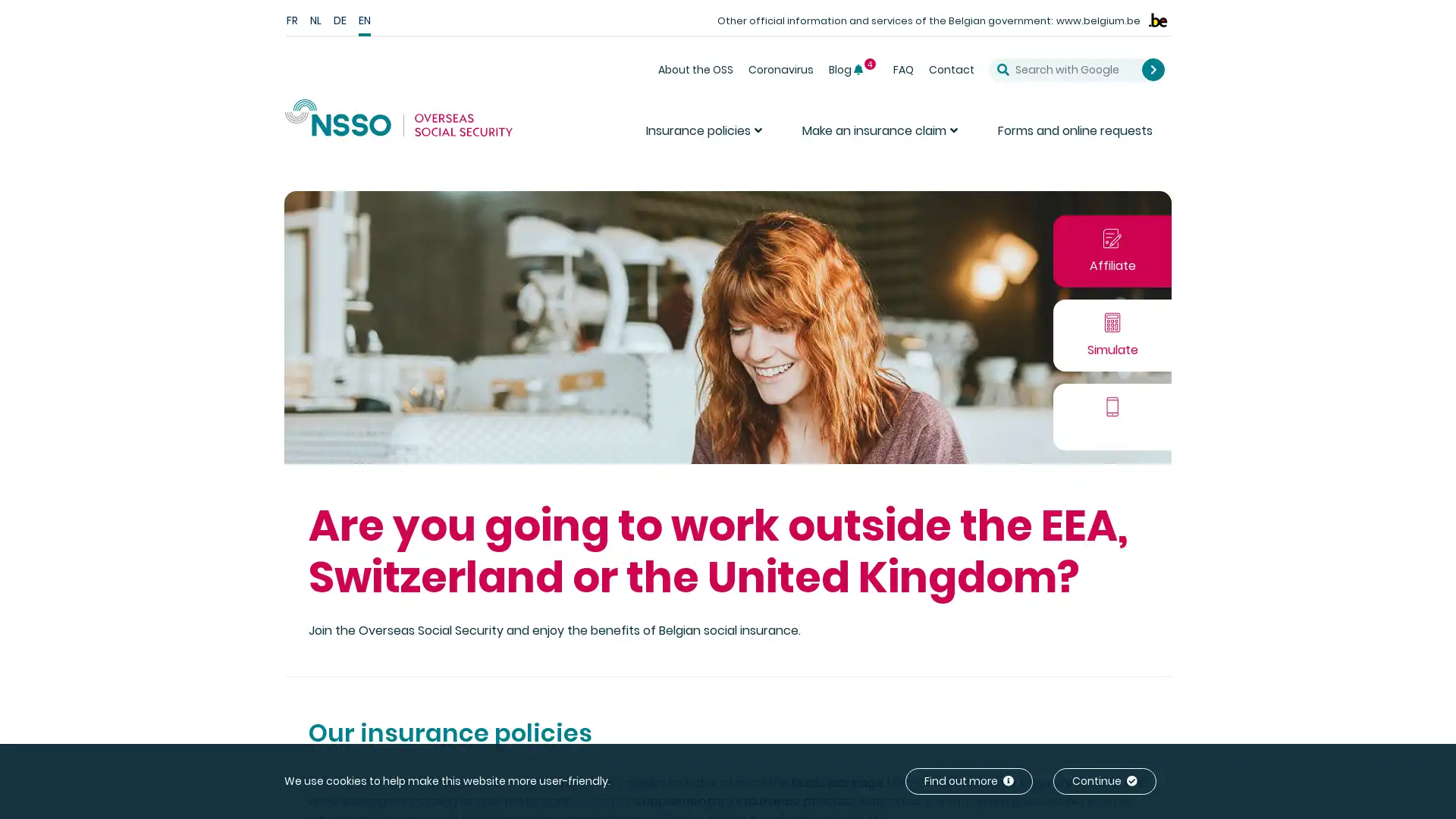  What do you see at coordinates (1315, 347) in the screenshot?
I see `Your contribution` at bounding box center [1315, 347].